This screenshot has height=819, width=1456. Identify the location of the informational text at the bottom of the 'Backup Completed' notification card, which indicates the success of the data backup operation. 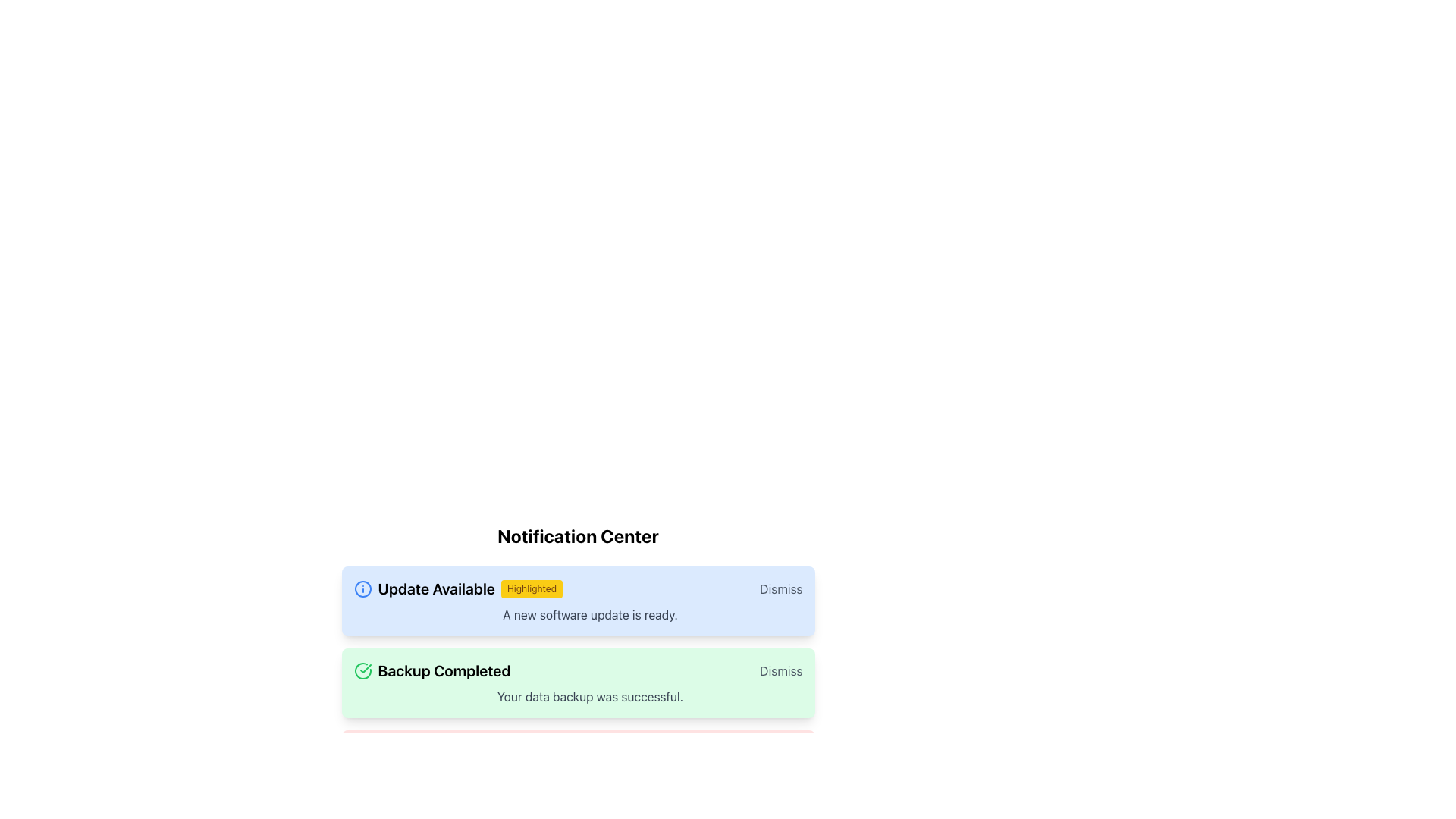
(589, 696).